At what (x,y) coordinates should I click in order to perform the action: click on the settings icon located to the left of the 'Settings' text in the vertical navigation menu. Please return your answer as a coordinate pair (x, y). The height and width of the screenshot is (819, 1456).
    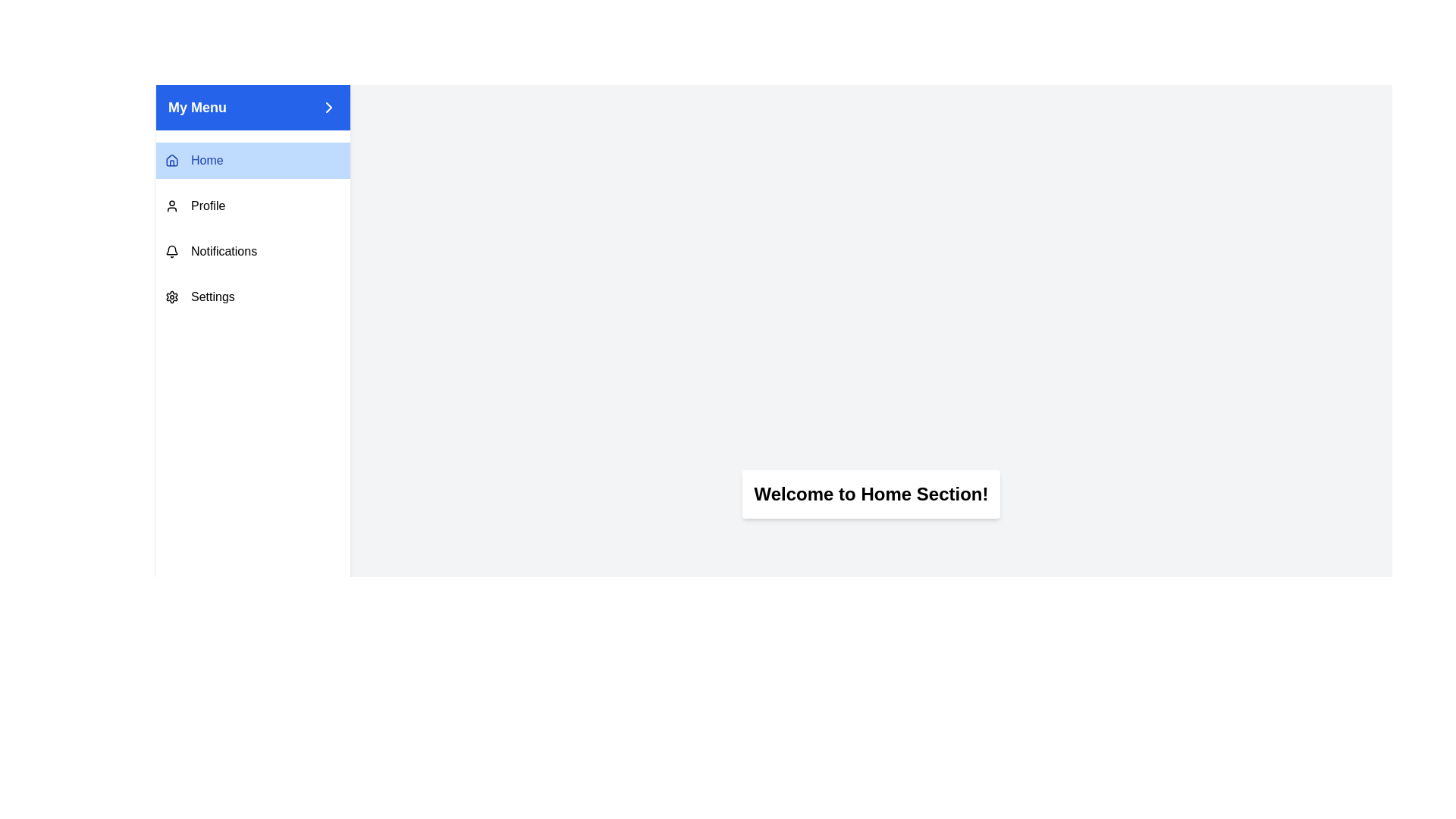
    Looking at the image, I should click on (171, 297).